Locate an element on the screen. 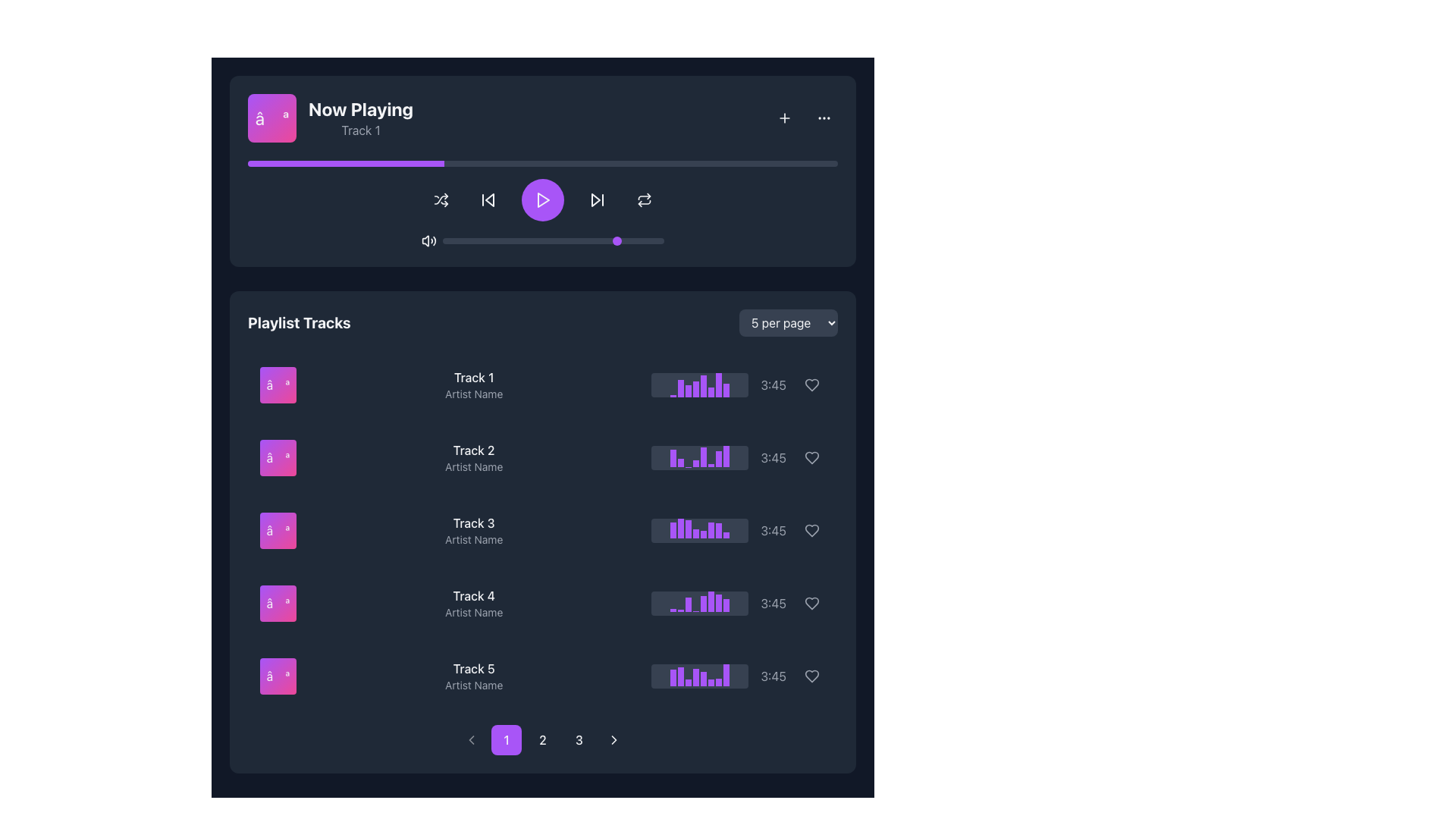 The image size is (1456, 819). the text label displaying '3:45' in light gray color, located beside a bar graph visualization and a heart icon, corresponding to 'Track 3' in the playlist is located at coordinates (773, 529).